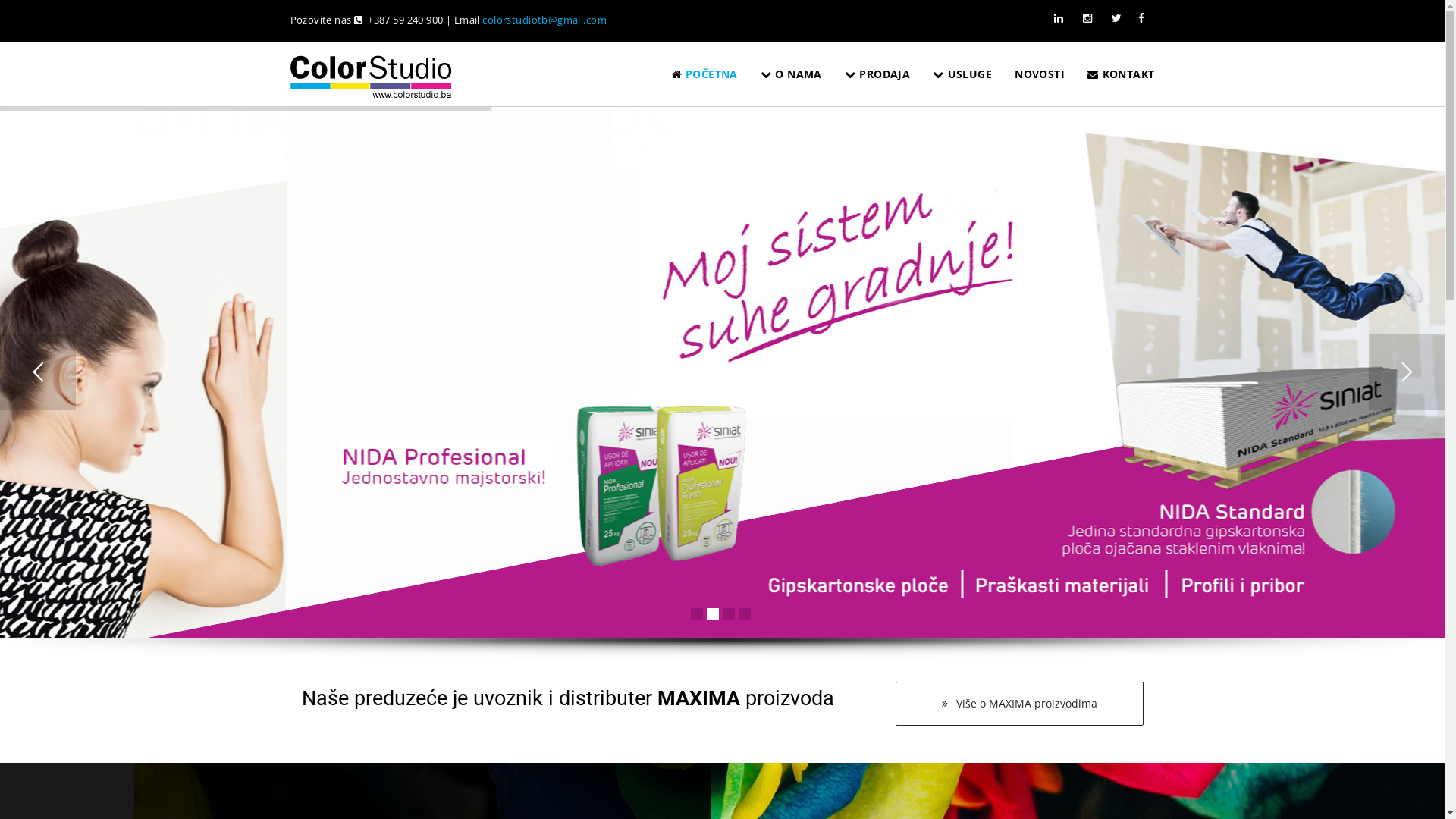  Describe the element at coordinates (1121, 74) in the screenshot. I see `'KONTAKT'` at that location.